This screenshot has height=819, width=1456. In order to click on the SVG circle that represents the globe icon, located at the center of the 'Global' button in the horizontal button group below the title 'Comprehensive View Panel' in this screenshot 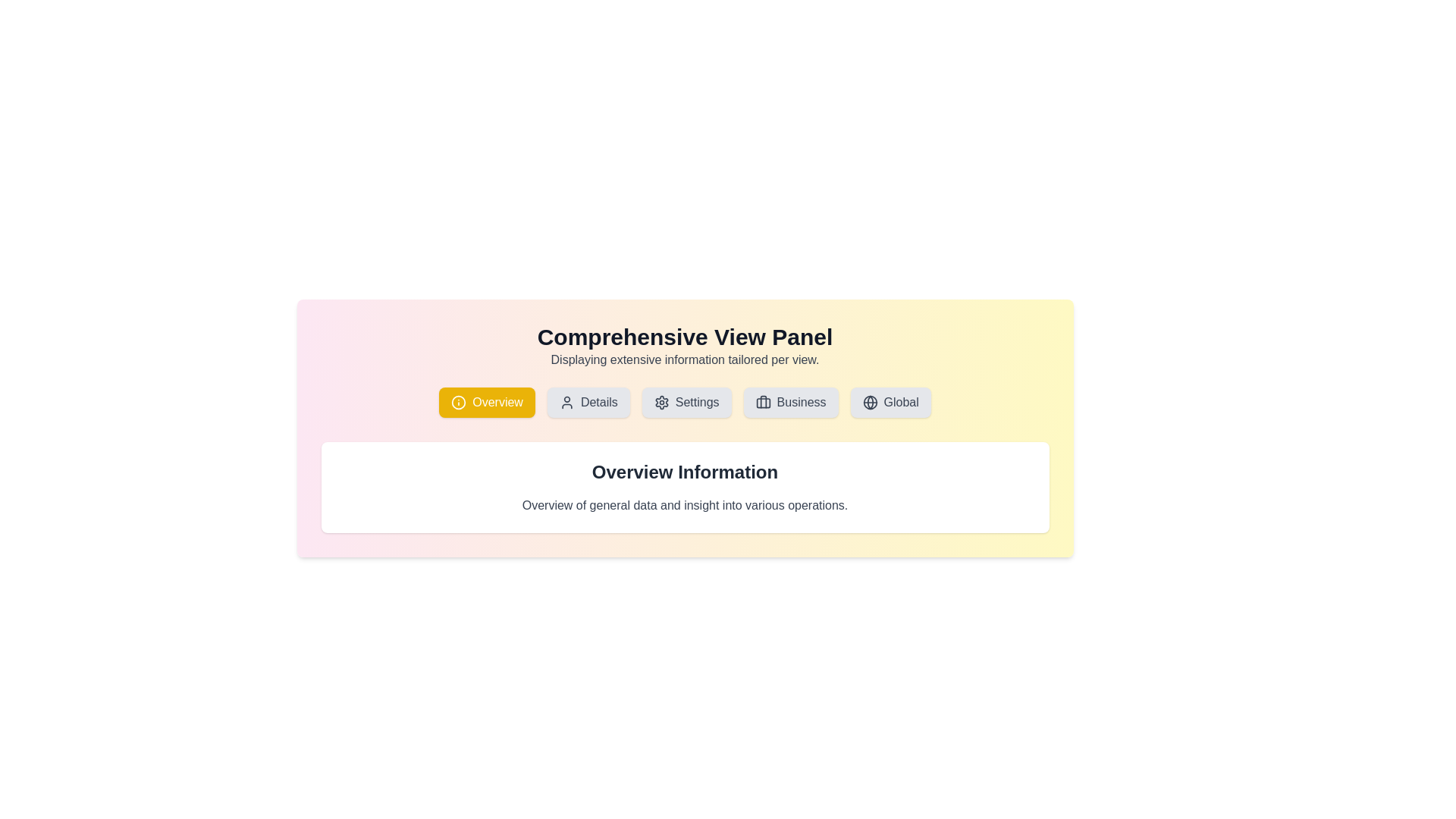, I will do `click(870, 402)`.